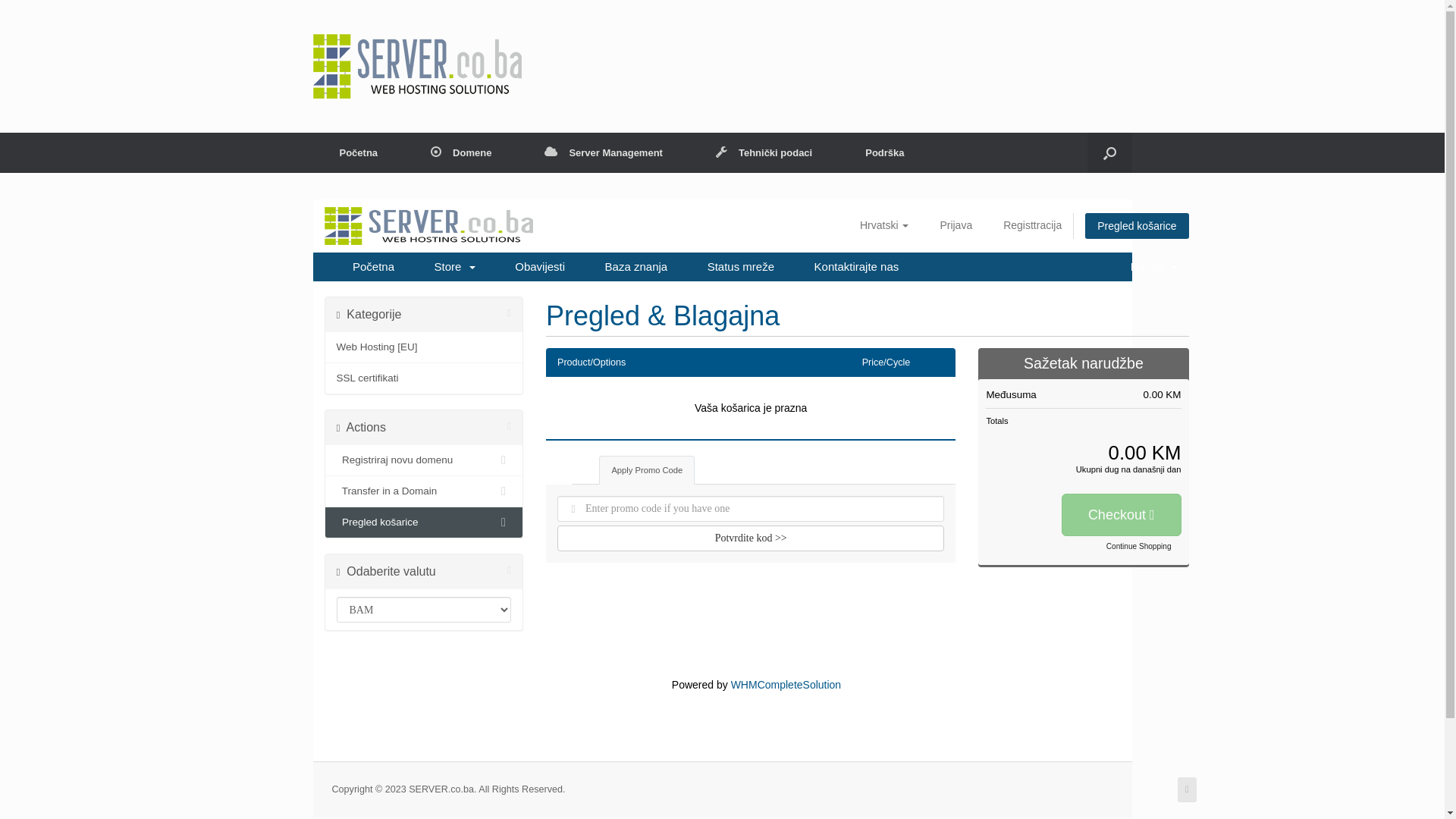  What do you see at coordinates (603, 152) in the screenshot?
I see `'Server Management'` at bounding box center [603, 152].